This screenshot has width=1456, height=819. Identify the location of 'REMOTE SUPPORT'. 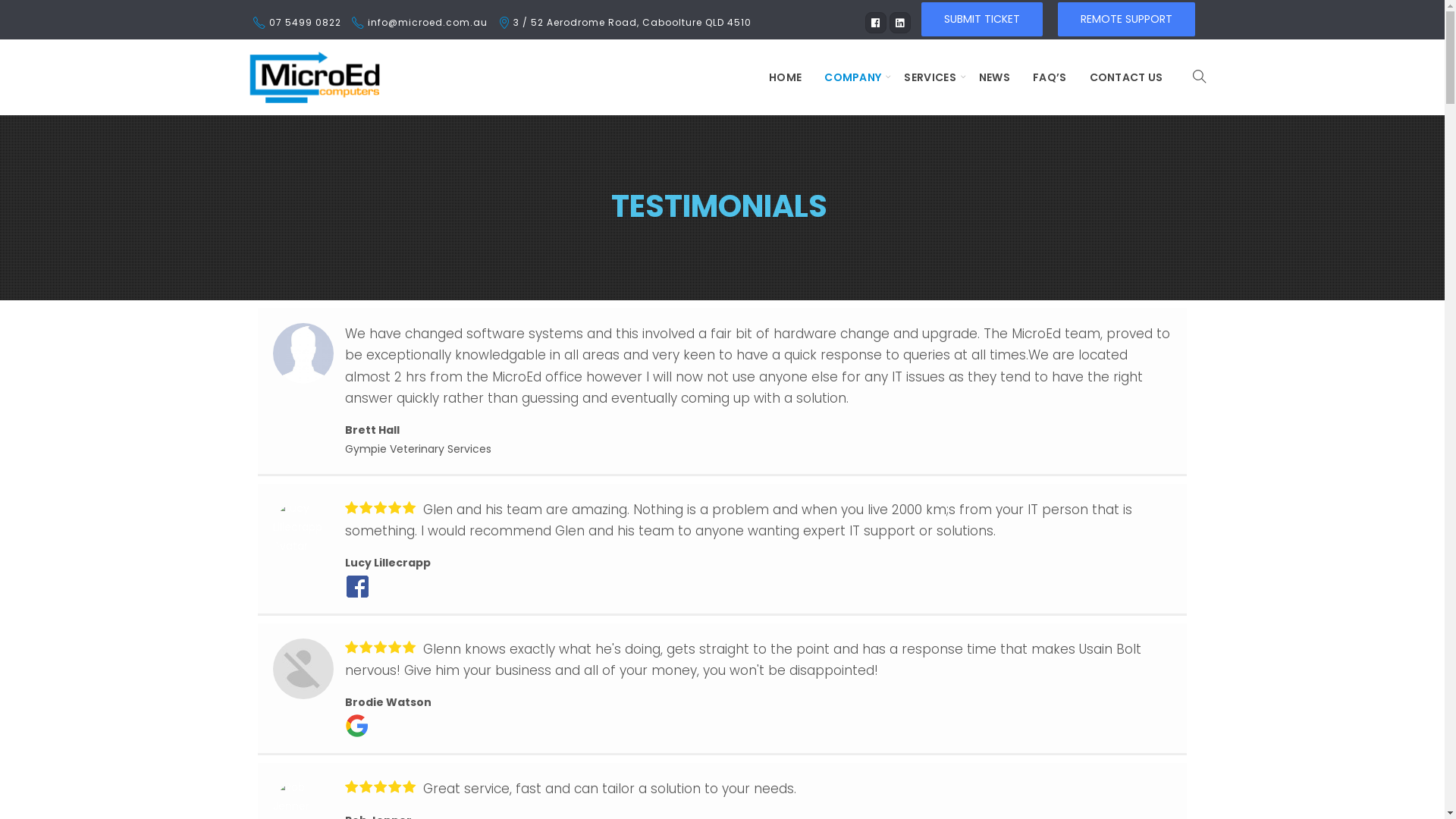
(1056, 18).